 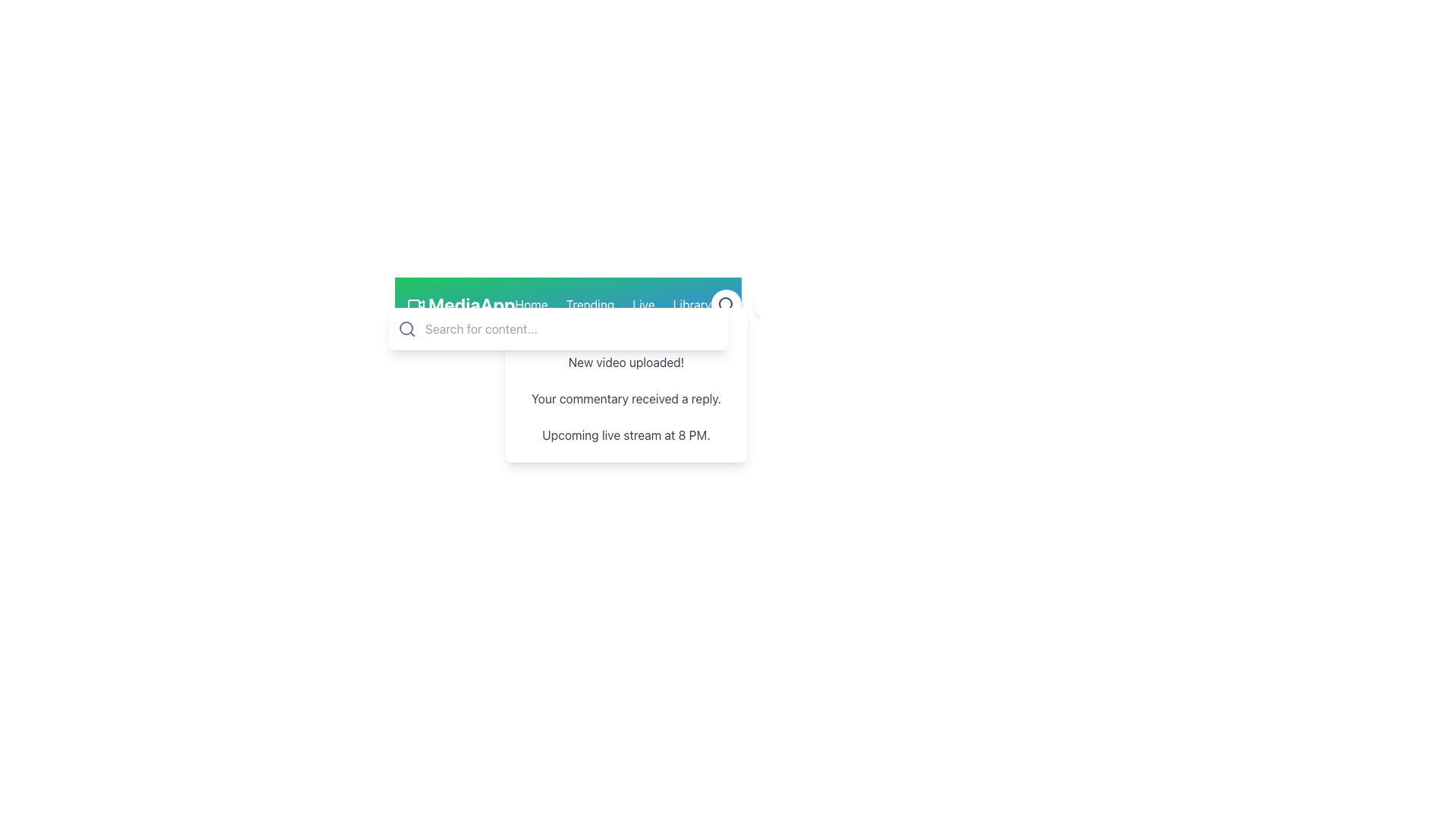 I want to click on the Decorative logo text with an accompanying icon, which serves as the branding logo for the application and may redirect to the main page, so click(x=460, y=304).